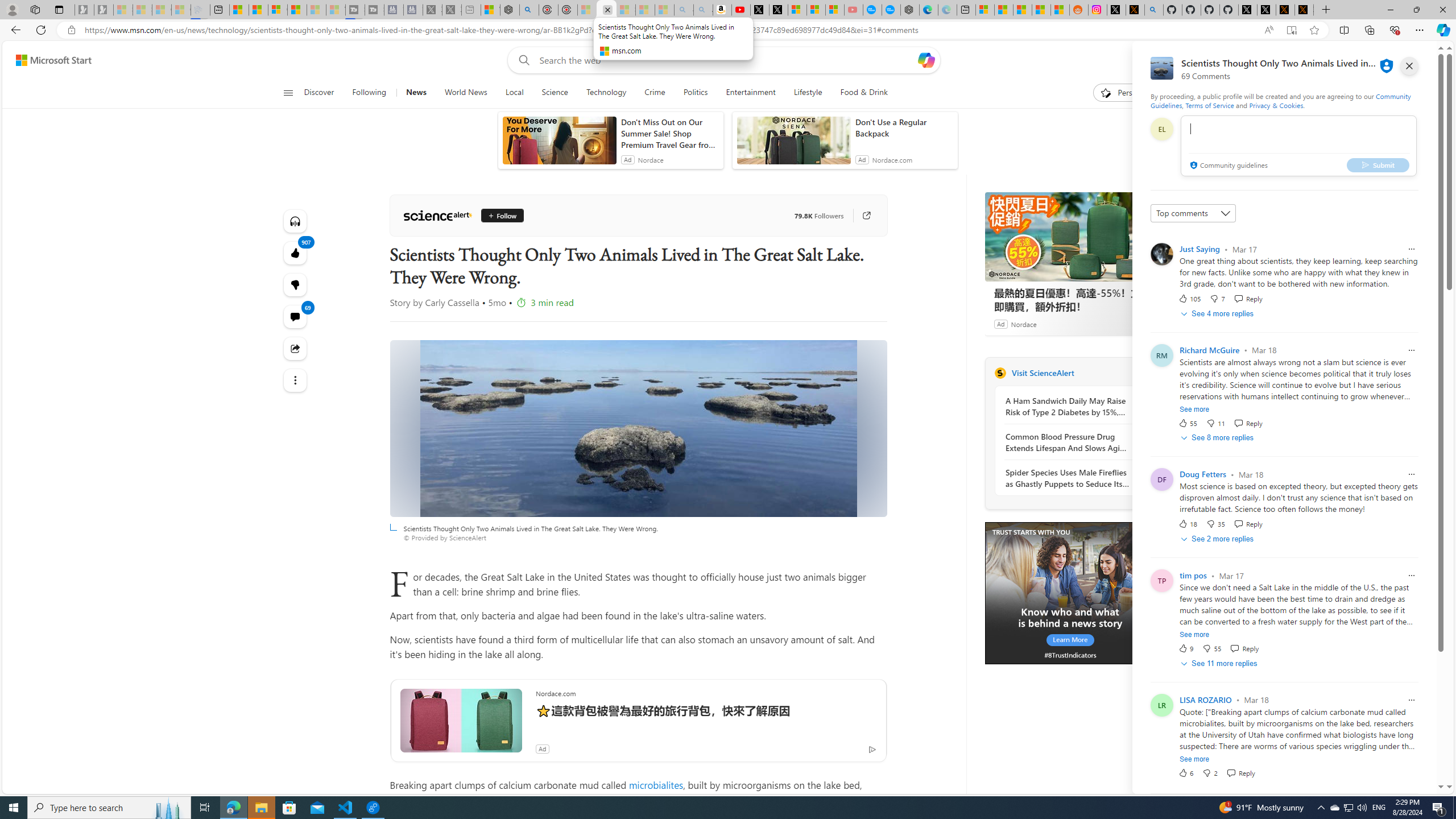  I want to click on 'close', so click(1409, 65).